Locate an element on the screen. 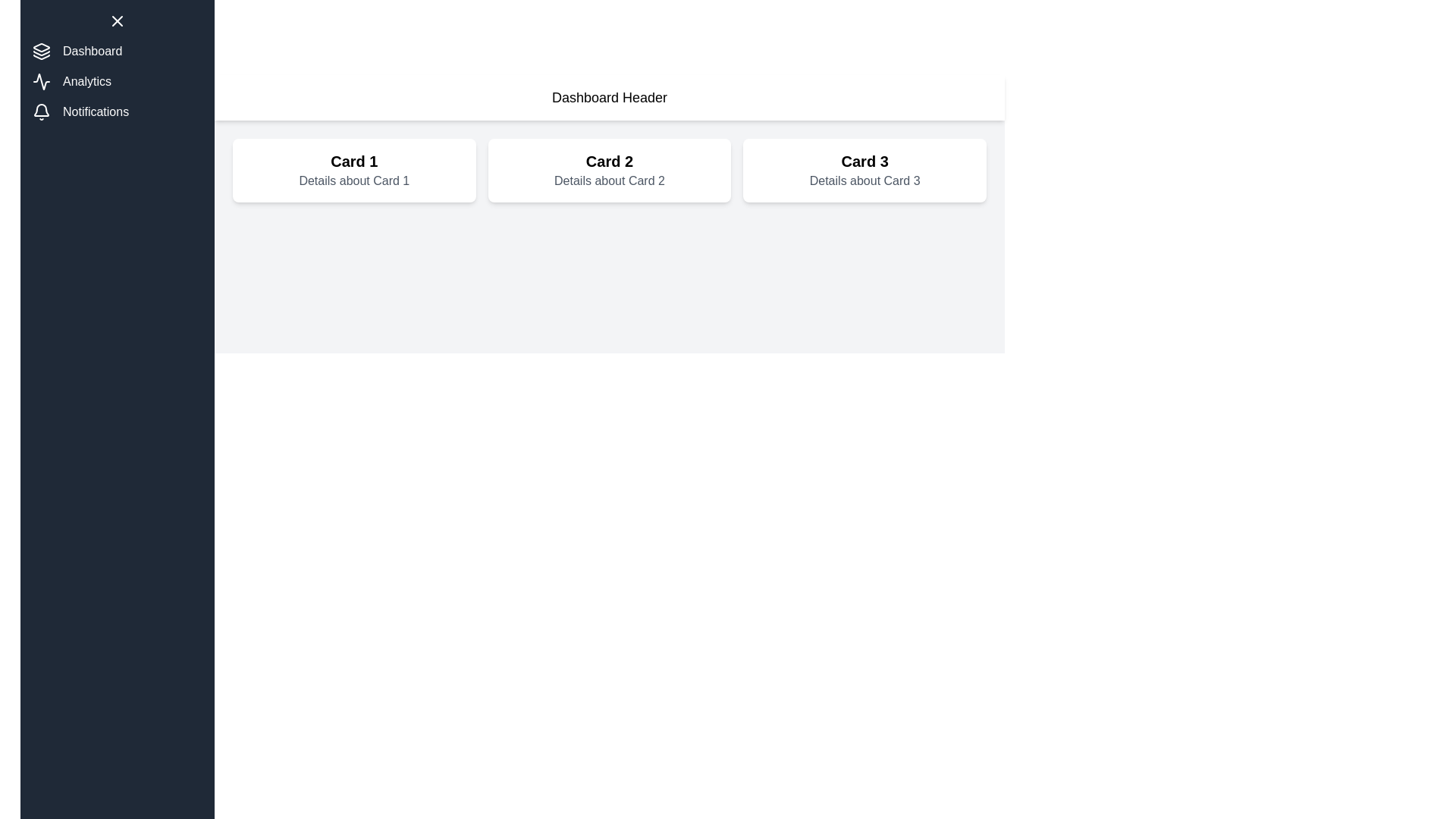 The image size is (1456, 819). the 'Dashboard' navigational link in the sidebar menu is located at coordinates (116, 51).